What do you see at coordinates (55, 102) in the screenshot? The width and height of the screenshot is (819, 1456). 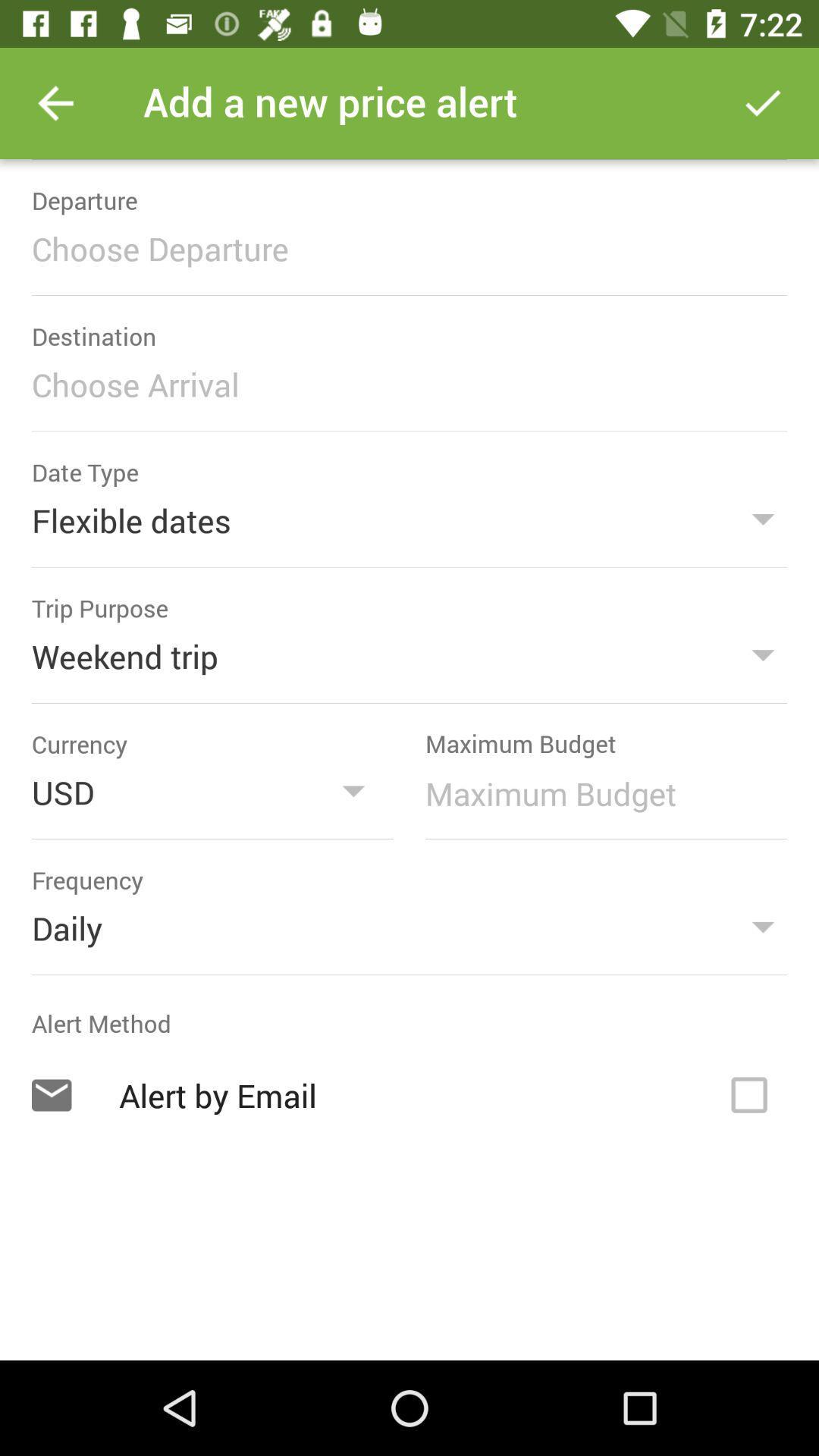 I see `the item at the top left corner` at bounding box center [55, 102].